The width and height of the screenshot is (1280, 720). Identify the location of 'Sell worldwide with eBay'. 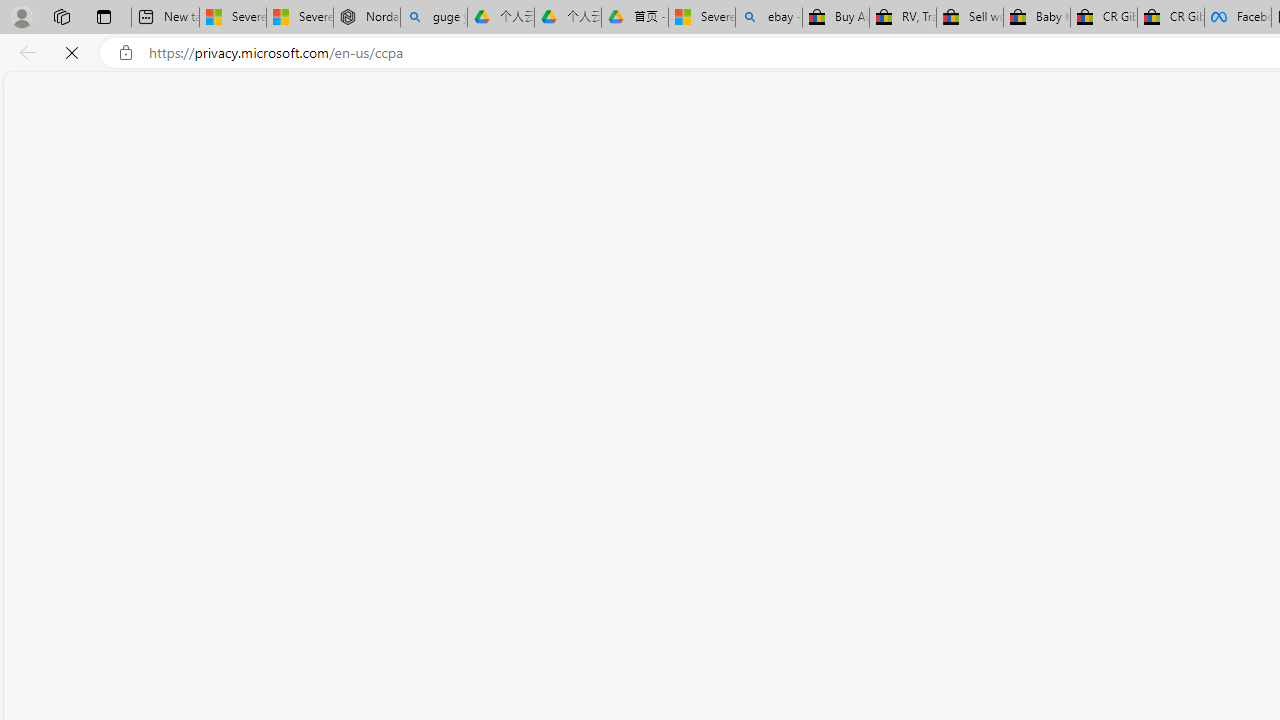
(970, 17).